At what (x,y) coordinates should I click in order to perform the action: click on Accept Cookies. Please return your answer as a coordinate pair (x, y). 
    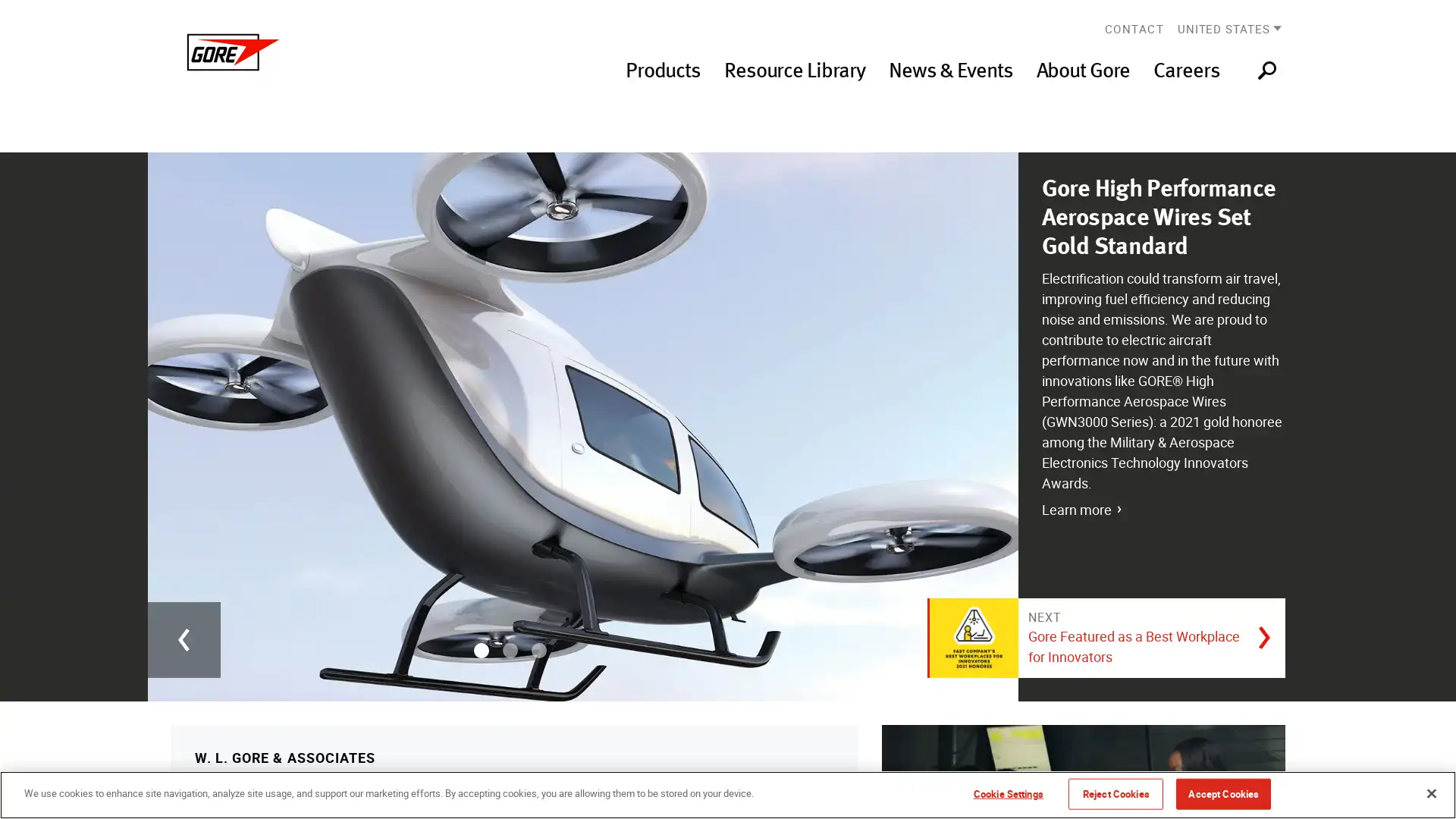
    Looking at the image, I should click on (1223, 792).